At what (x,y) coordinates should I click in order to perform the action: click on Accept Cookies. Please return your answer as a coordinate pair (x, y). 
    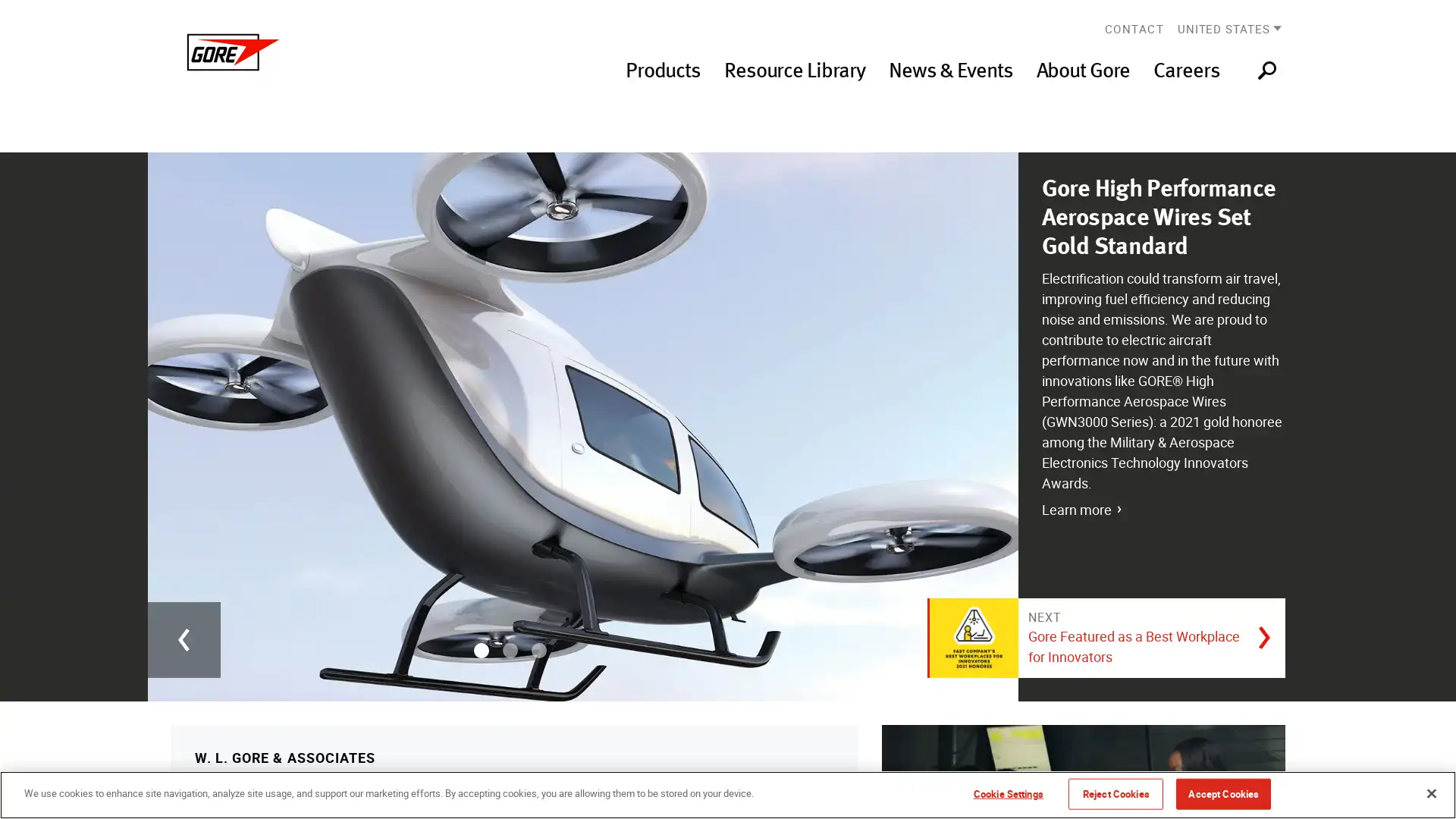
    Looking at the image, I should click on (1223, 792).